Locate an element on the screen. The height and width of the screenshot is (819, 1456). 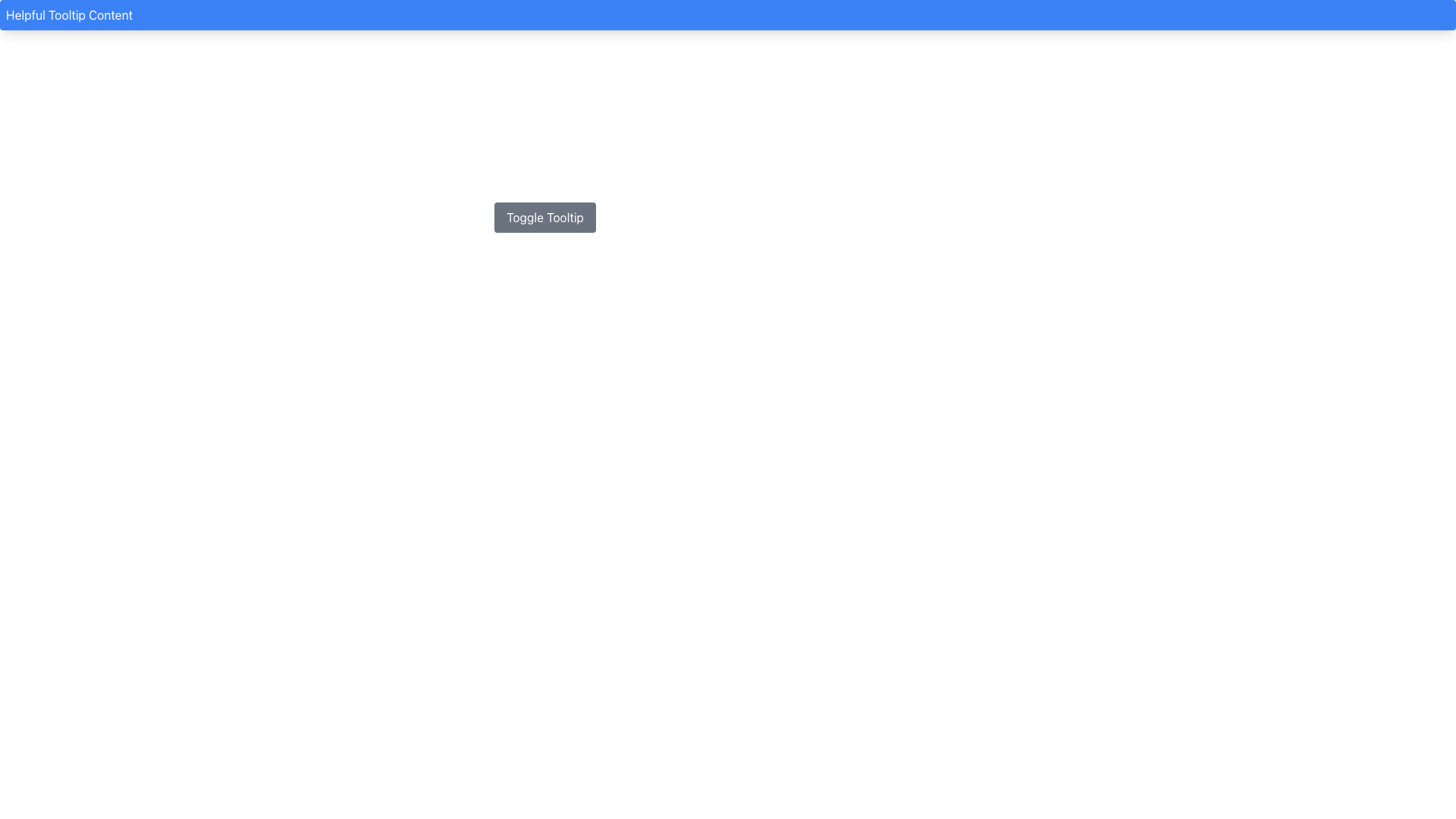
the button that toggles a tooltip display to observe styling changes is located at coordinates (545, 217).